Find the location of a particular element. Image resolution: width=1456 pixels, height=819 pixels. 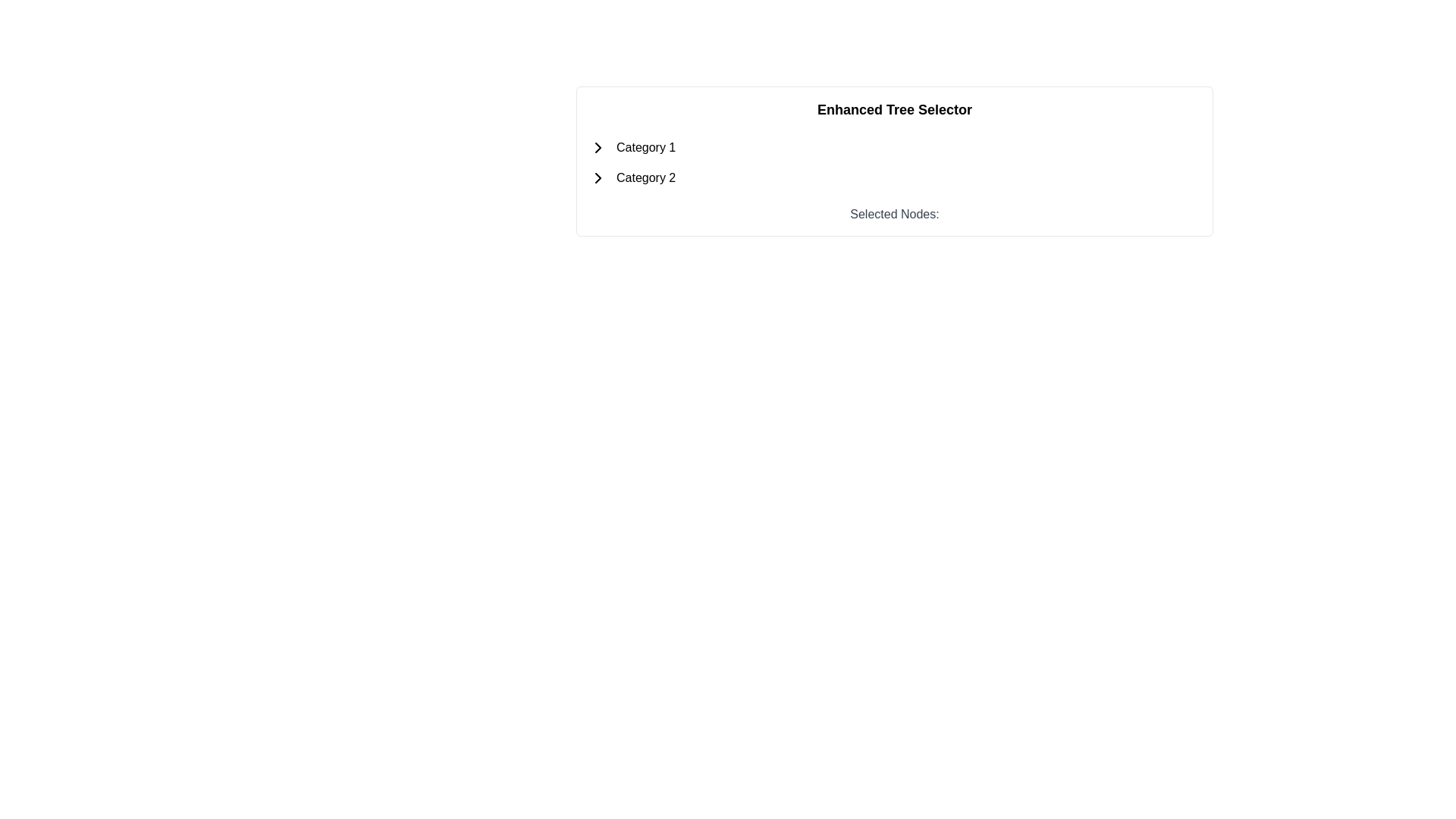

text label displaying 'Category 1', which is styled with 'ml-1' class and positioned adjacent to a tree structure arrow icon is located at coordinates (646, 148).